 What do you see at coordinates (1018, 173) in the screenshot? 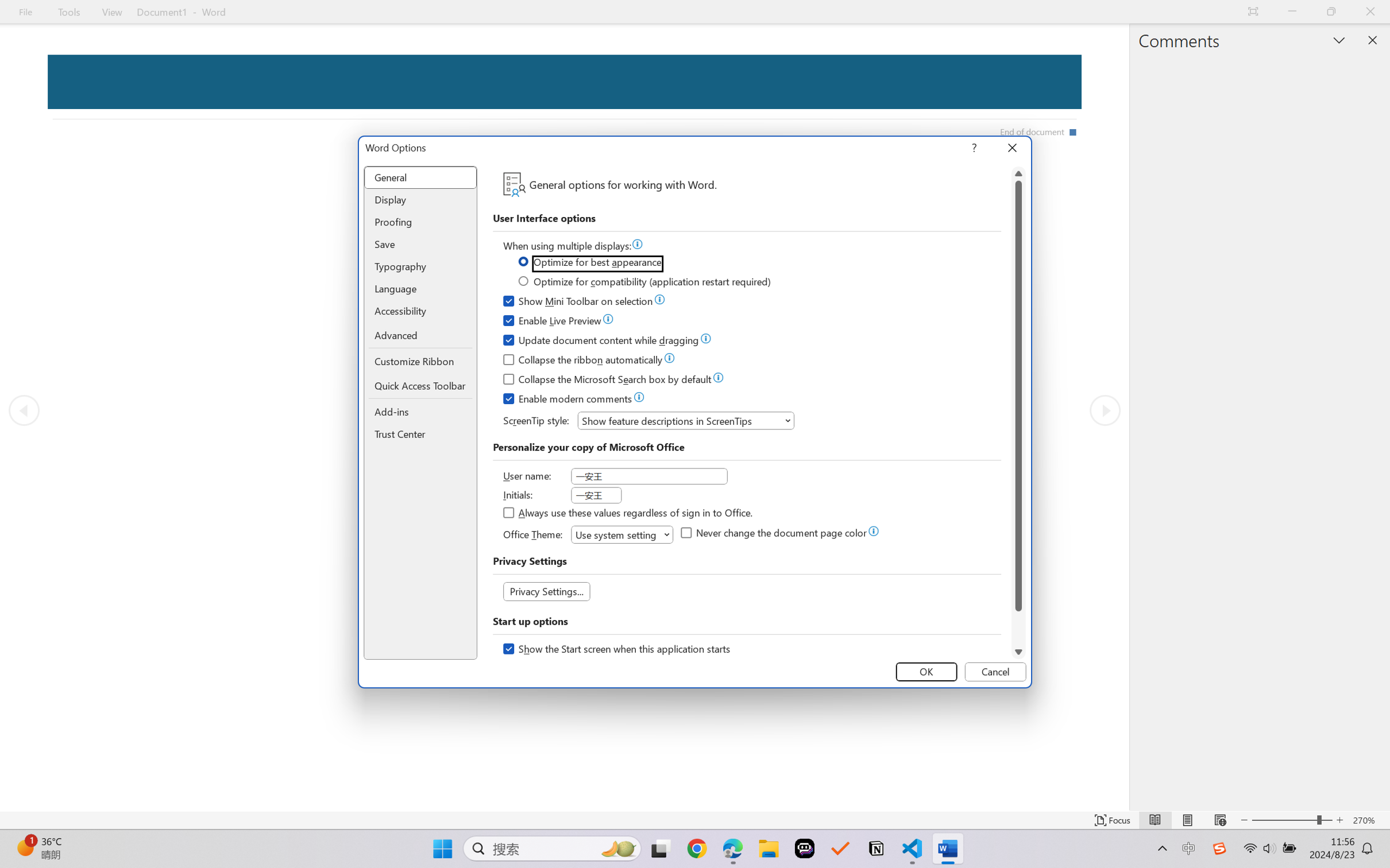
I see `'Line up'` at bounding box center [1018, 173].